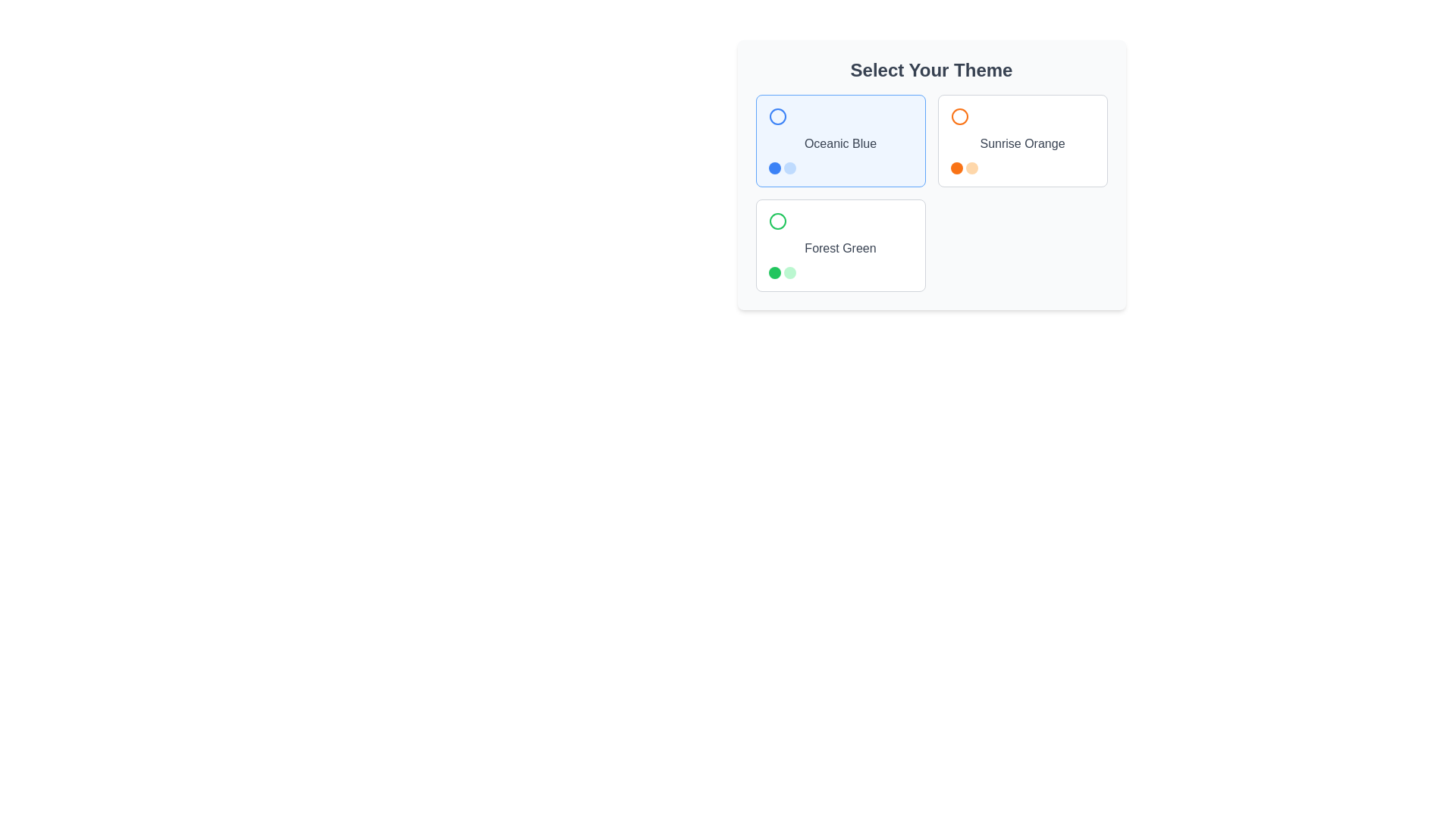  What do you see at coordinates (777, 221) in the screenshot?
I see `the SVG Circle that represents the 'Forest Green' theme visually, located at the bottom-left corner of the theme selection dialog` at bounding box center [777, 221].